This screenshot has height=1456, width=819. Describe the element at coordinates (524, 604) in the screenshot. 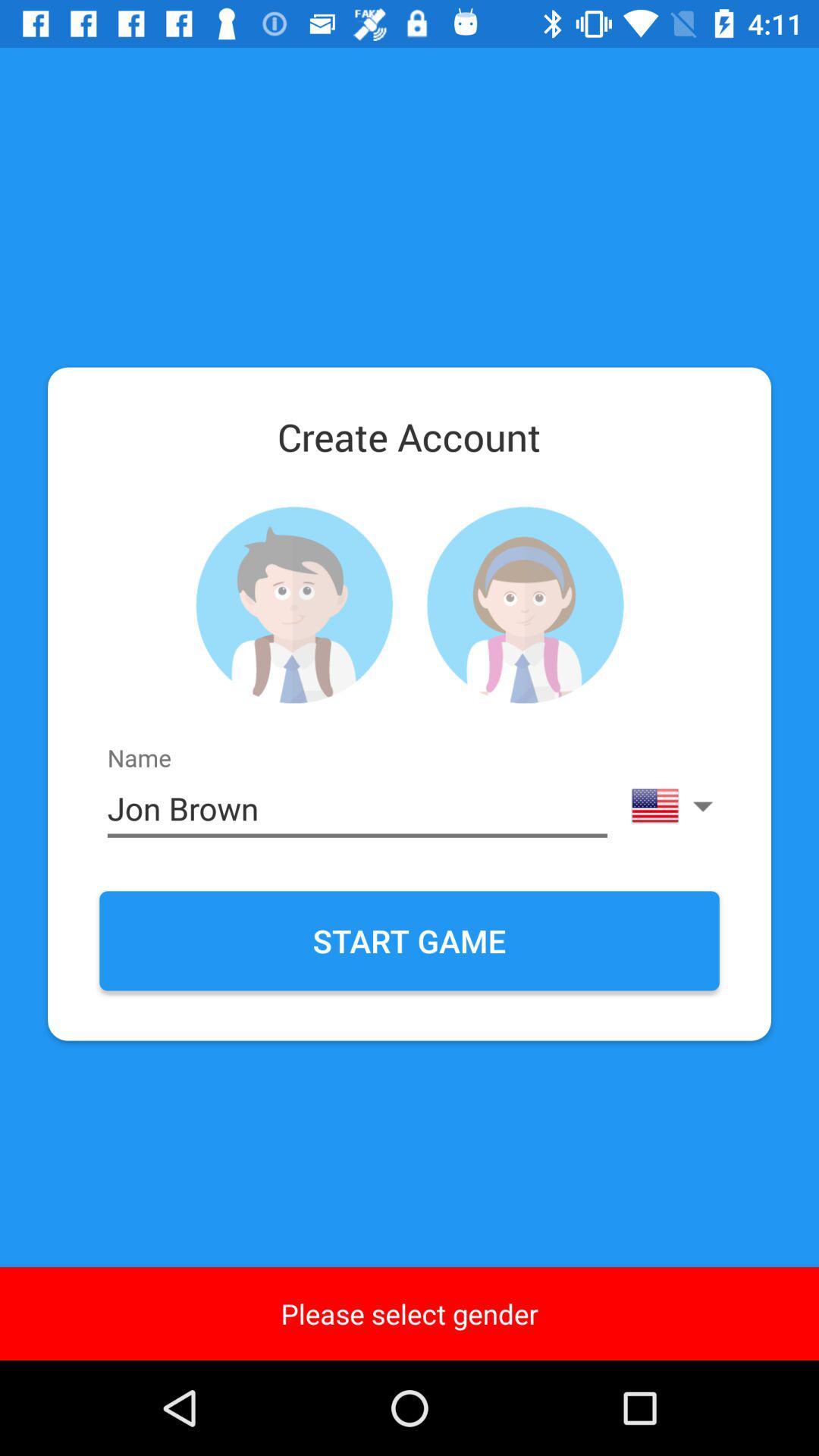

I see `female` at that location.